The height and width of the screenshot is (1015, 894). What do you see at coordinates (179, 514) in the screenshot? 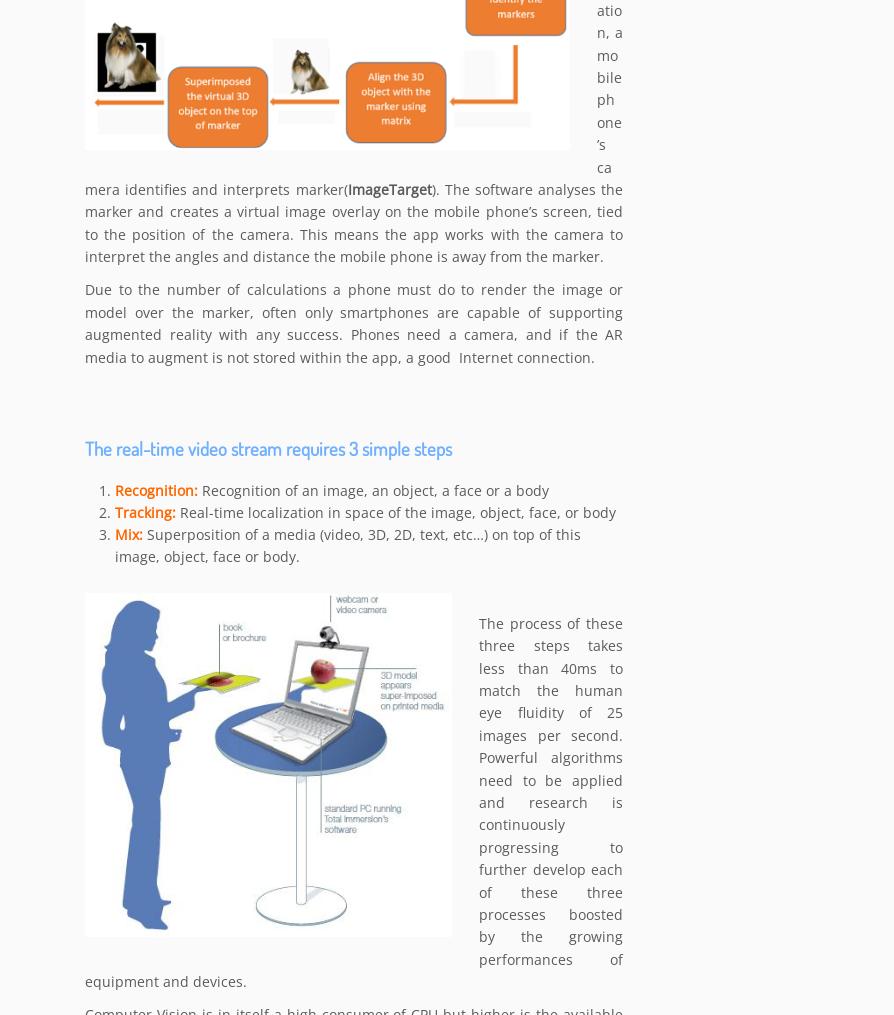
I see `'Real-time localization in space of the image, object, face, or body'` at bounding box center [179, 514].